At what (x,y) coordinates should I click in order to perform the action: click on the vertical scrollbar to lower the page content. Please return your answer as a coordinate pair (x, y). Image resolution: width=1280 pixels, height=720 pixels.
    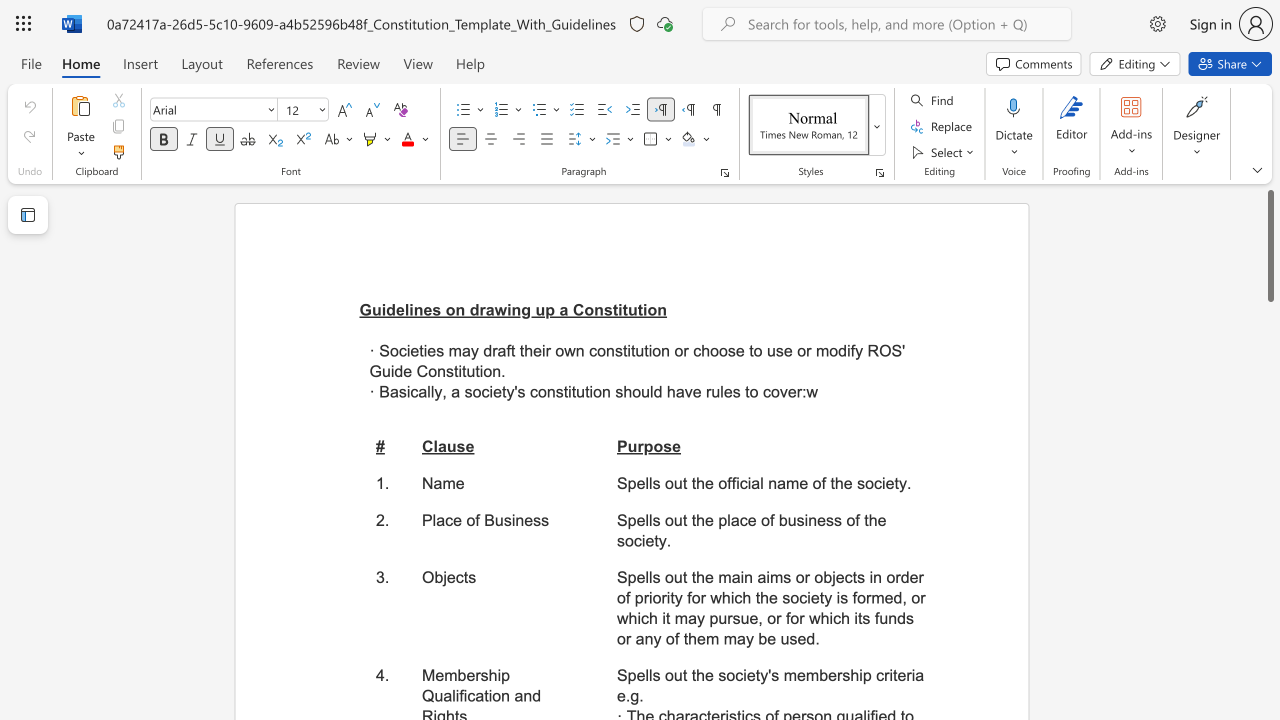
    Looking at the image, I should click on (1269, 450).